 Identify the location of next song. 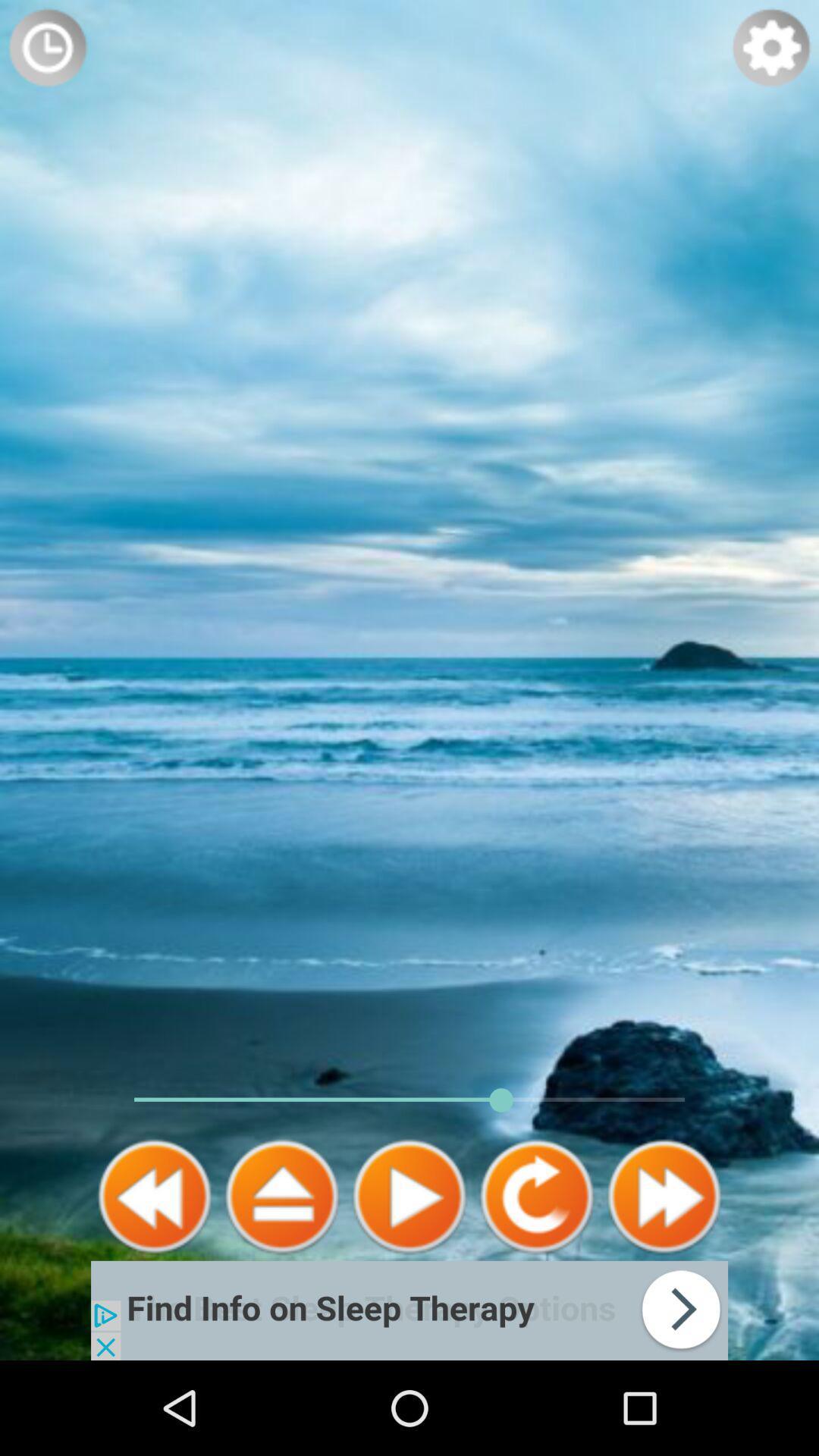
(663, 1196).